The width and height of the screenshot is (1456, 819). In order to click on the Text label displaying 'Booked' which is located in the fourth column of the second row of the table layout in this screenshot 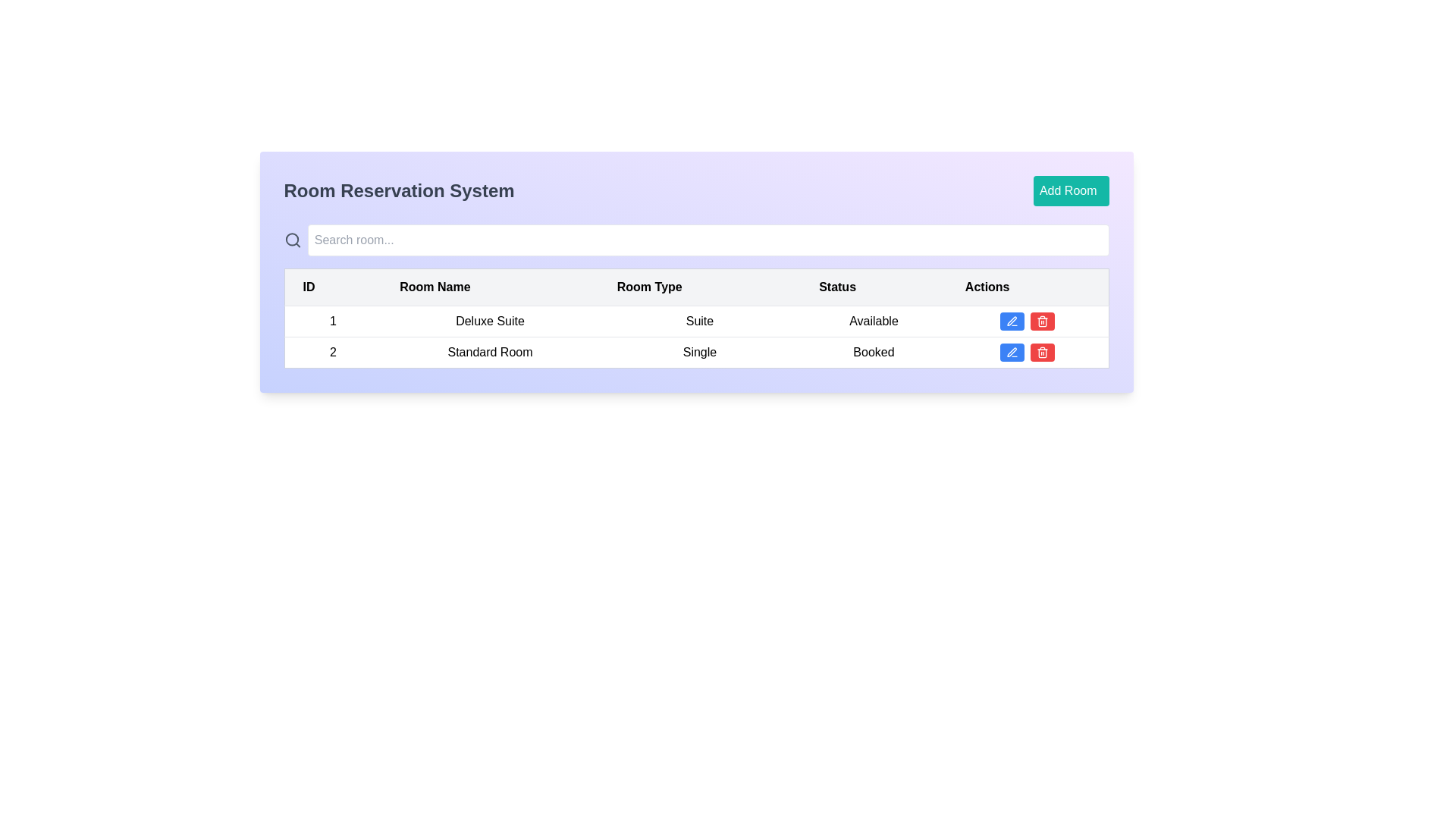, I will do `click(874, 353)`.